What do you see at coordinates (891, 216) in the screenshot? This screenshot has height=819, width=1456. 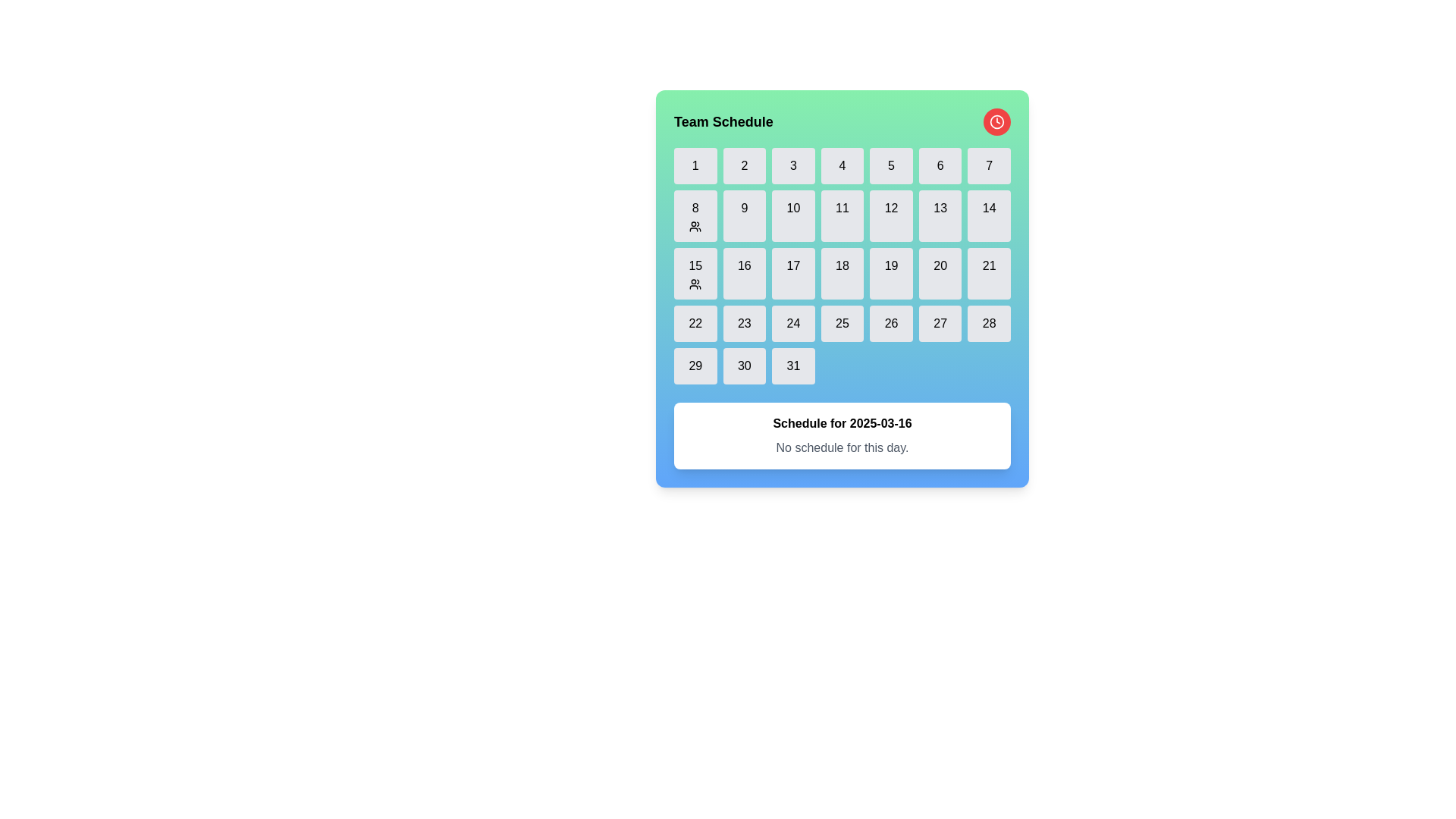 I see `the button-like element representing the calendar date 12th` at bounding box center [891, 216].